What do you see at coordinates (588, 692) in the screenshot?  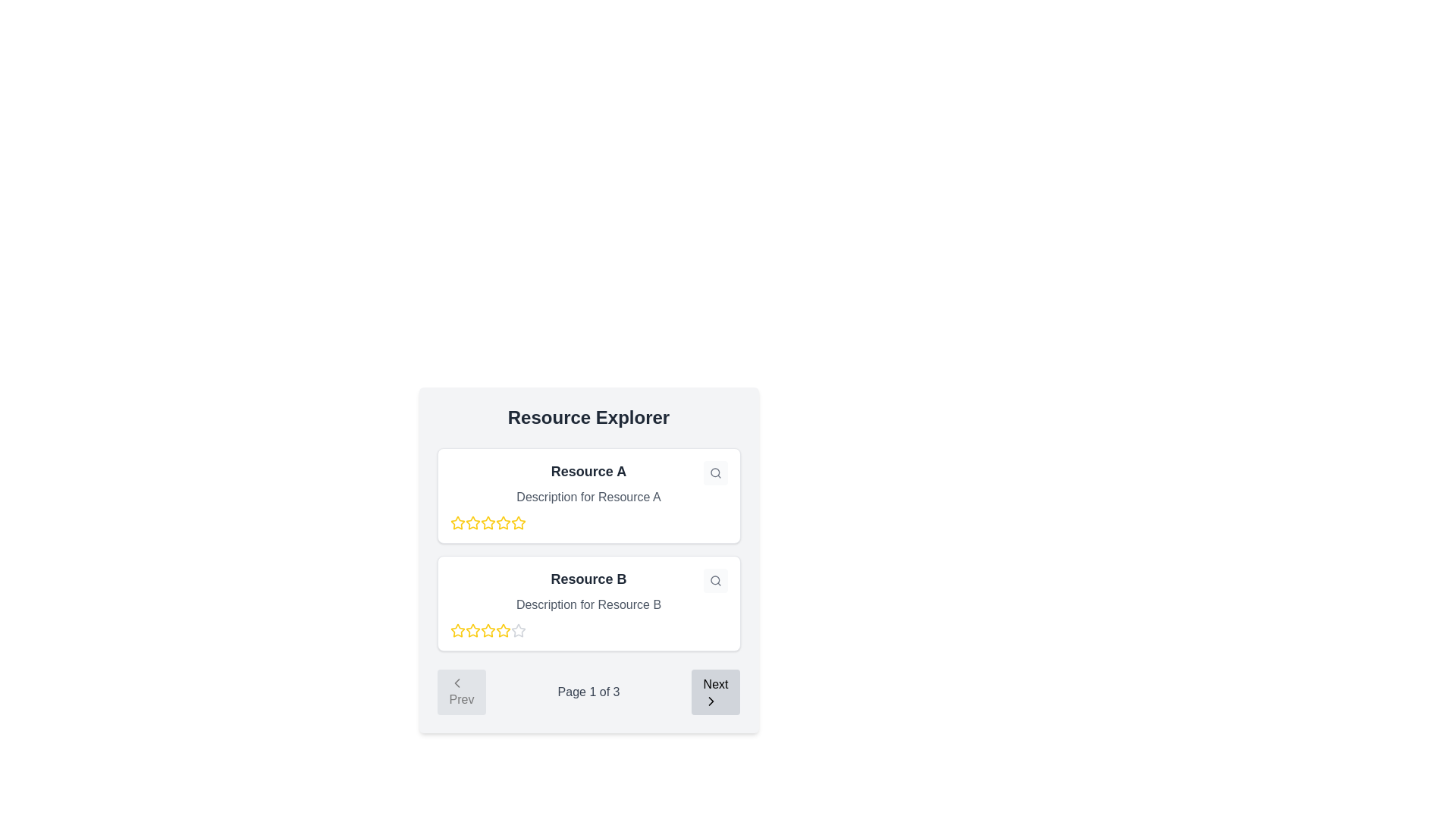 I see `the static text indicating the current pagination, which shows 'Page 1 of 3', located centrally between the 'Prev' and 'Next' buttons in the pagination bar` at bounding box center [588, 692].